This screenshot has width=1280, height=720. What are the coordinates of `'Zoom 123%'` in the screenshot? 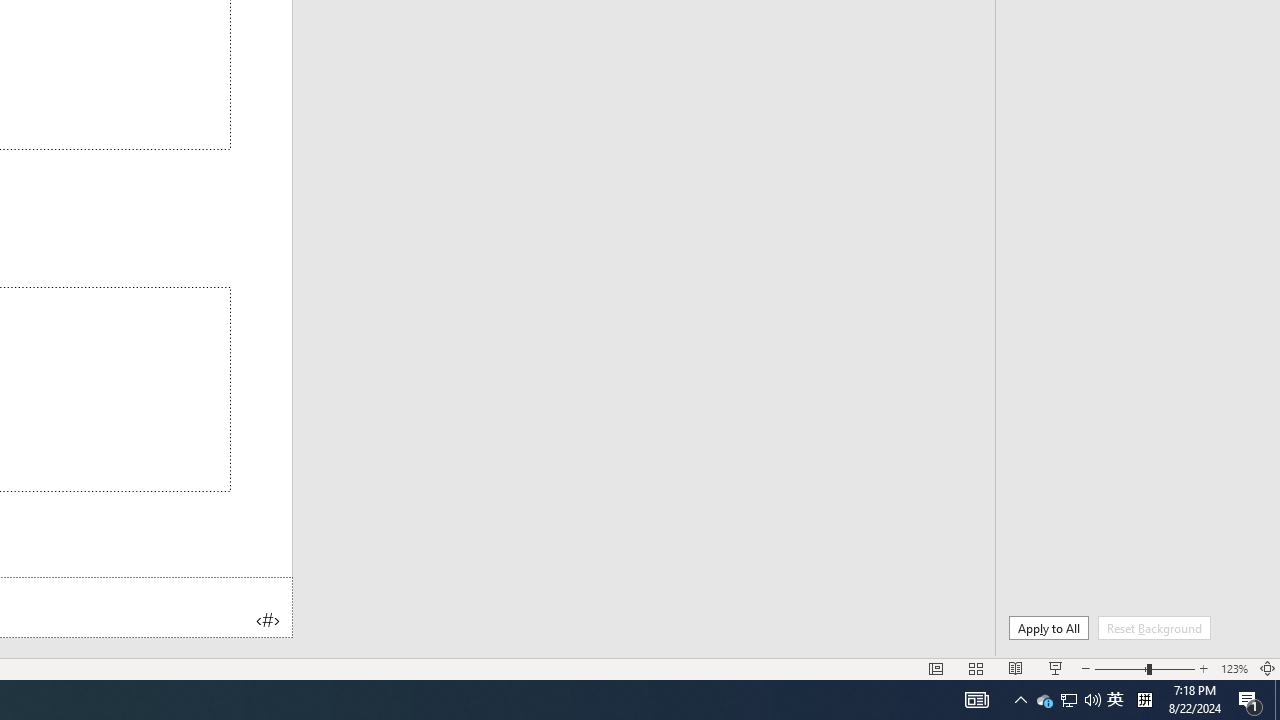 It's located at (1233, 669).